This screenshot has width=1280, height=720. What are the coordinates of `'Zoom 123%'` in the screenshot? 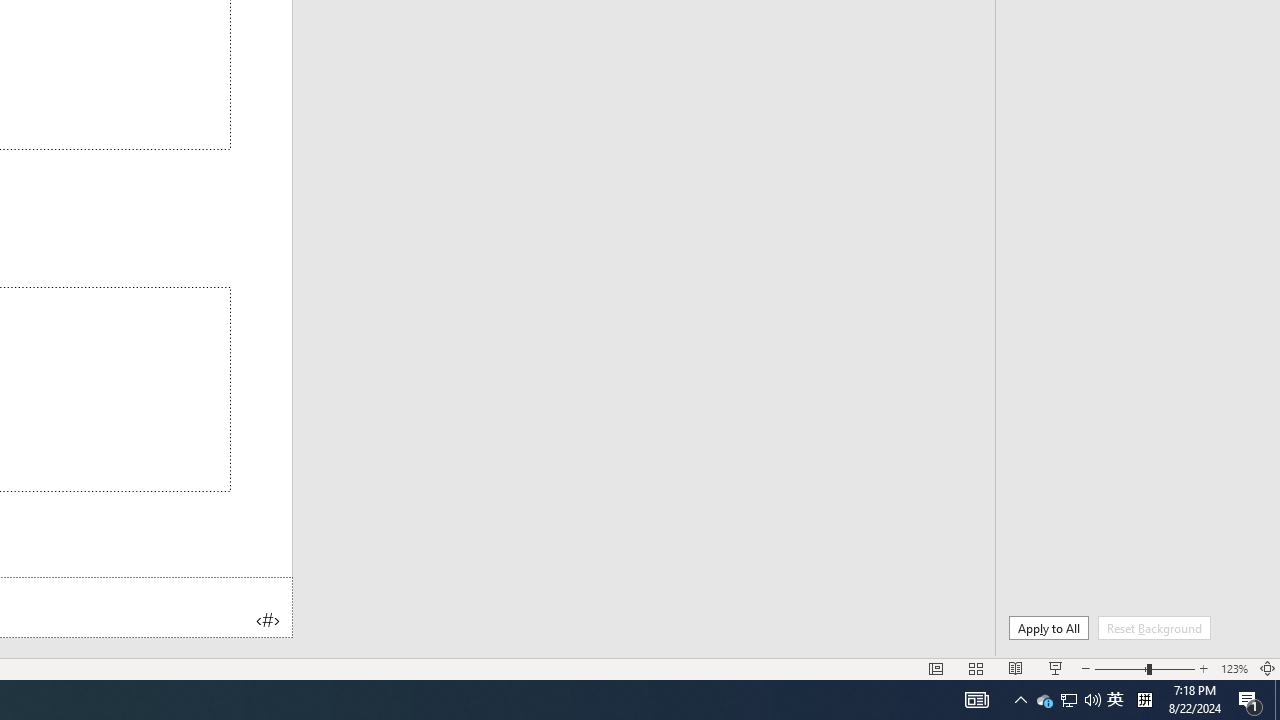 It's located at (1233, 669).